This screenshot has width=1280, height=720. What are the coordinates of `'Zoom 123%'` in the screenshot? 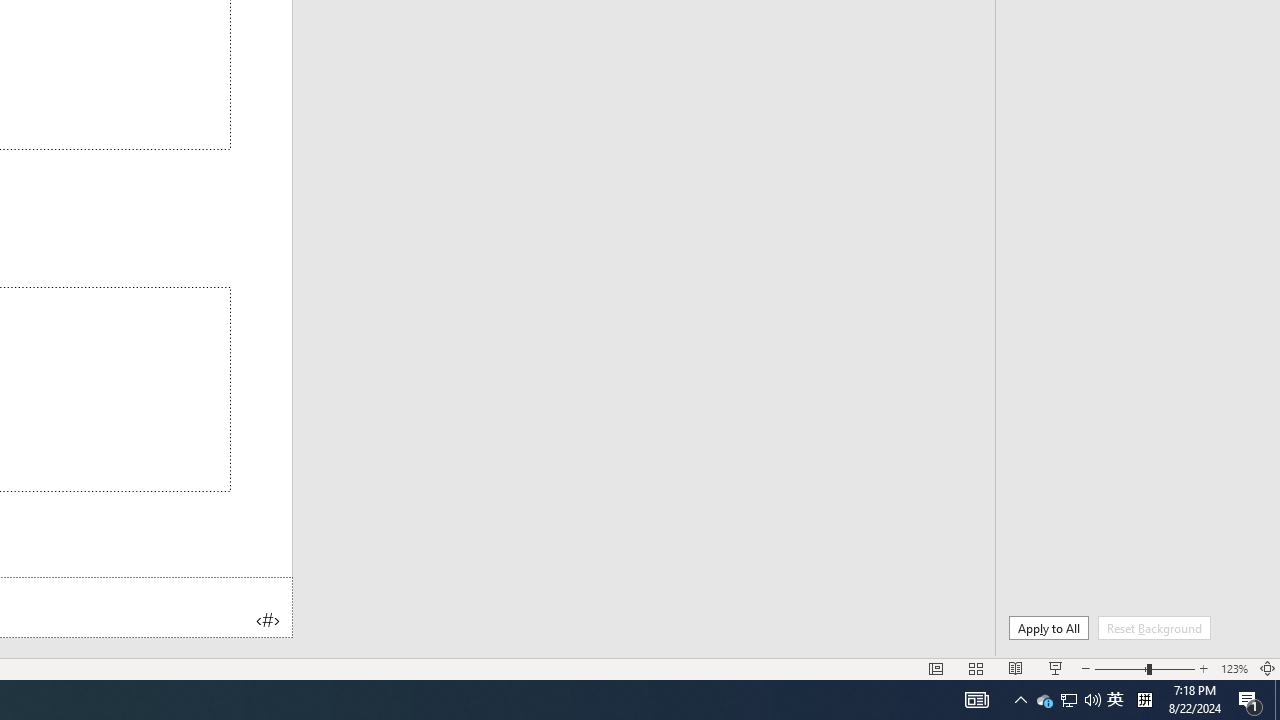 It's located at (1233, 669).